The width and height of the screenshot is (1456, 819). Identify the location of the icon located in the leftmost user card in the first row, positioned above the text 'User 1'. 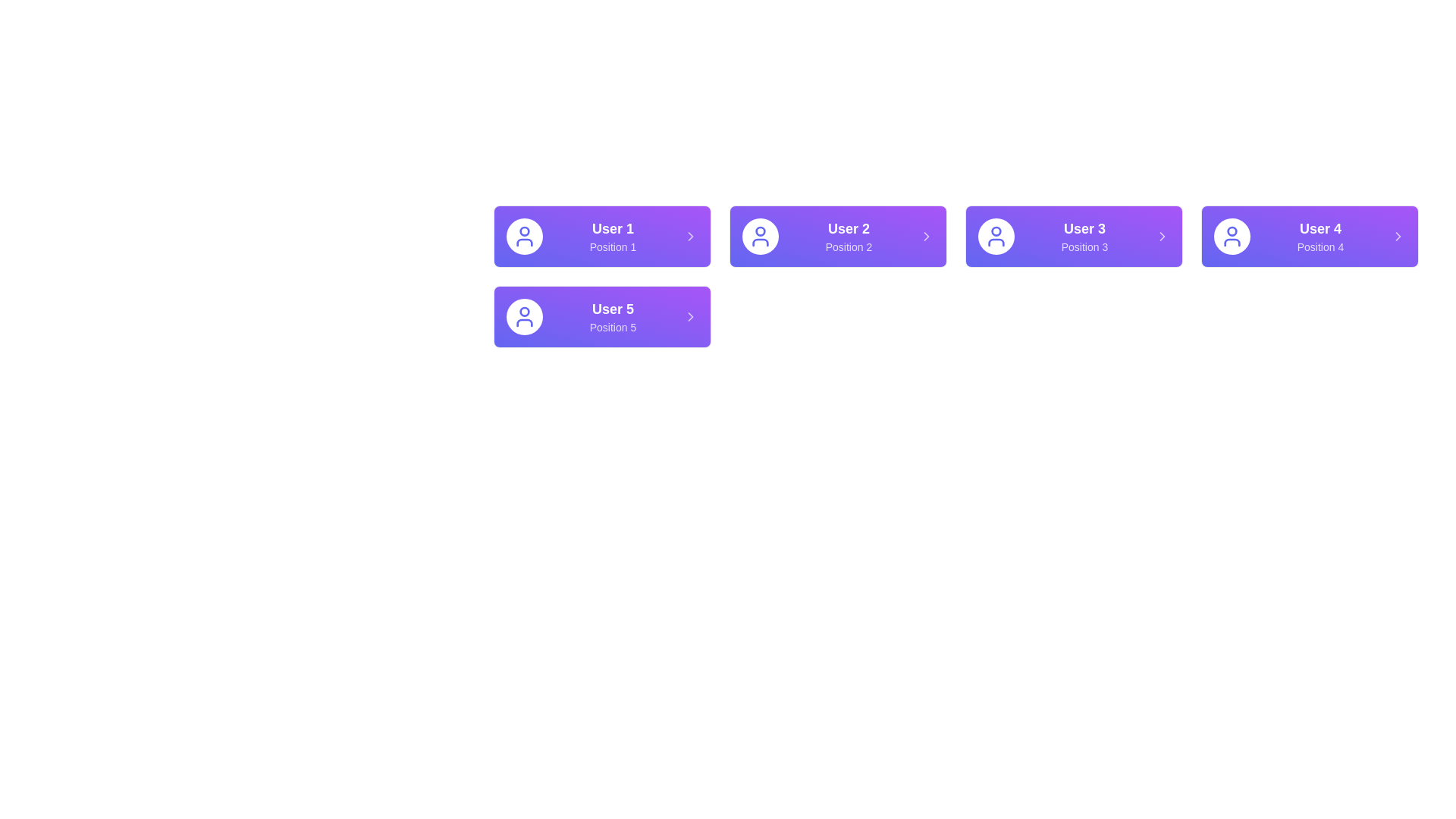
(524, 237).